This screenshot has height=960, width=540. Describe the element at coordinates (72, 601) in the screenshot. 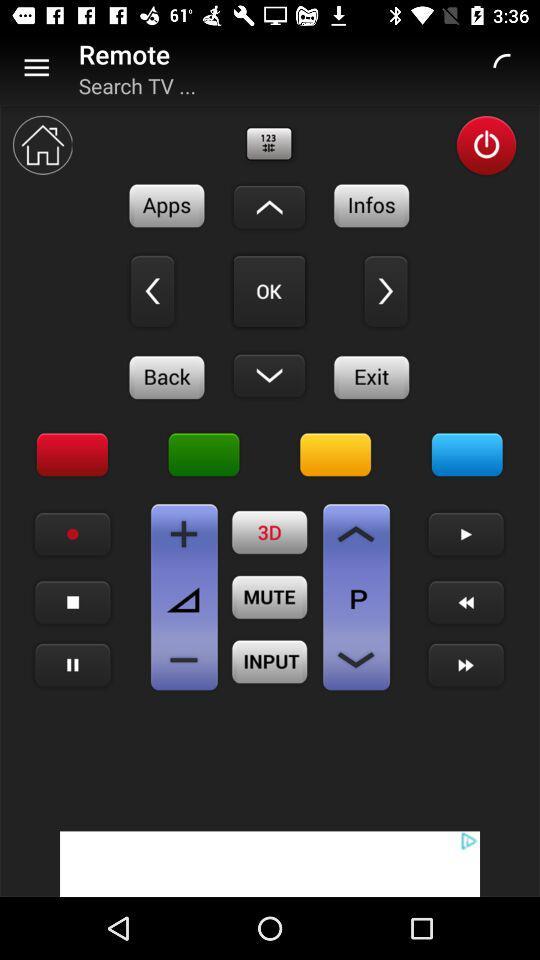

I see `menu bar` at that location.